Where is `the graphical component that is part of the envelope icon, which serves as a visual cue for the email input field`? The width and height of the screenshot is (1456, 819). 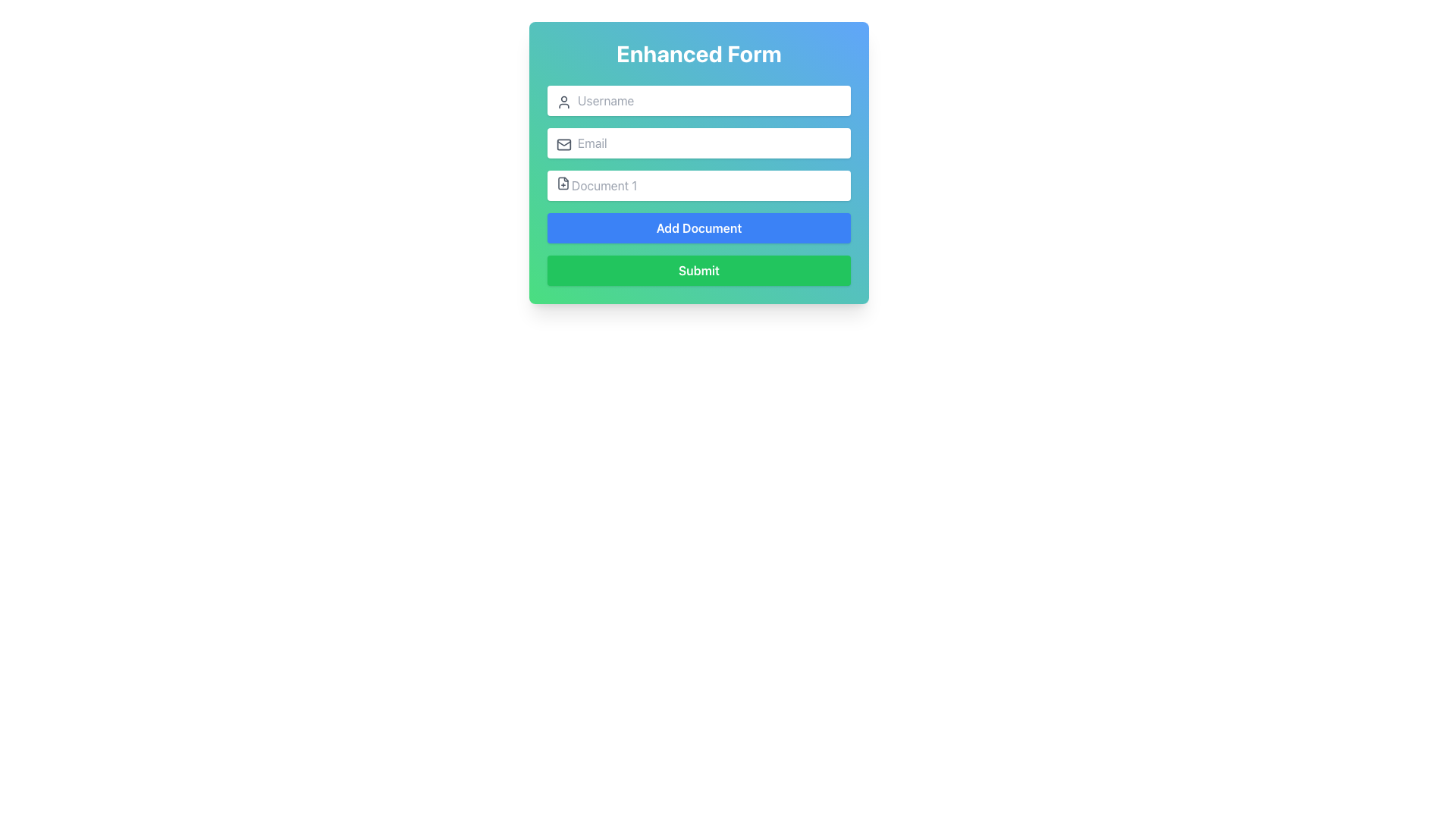 the graphical component that is part of the envelope icon, which serves as a visual cue for the email input field is located at coordinates (563, 145).